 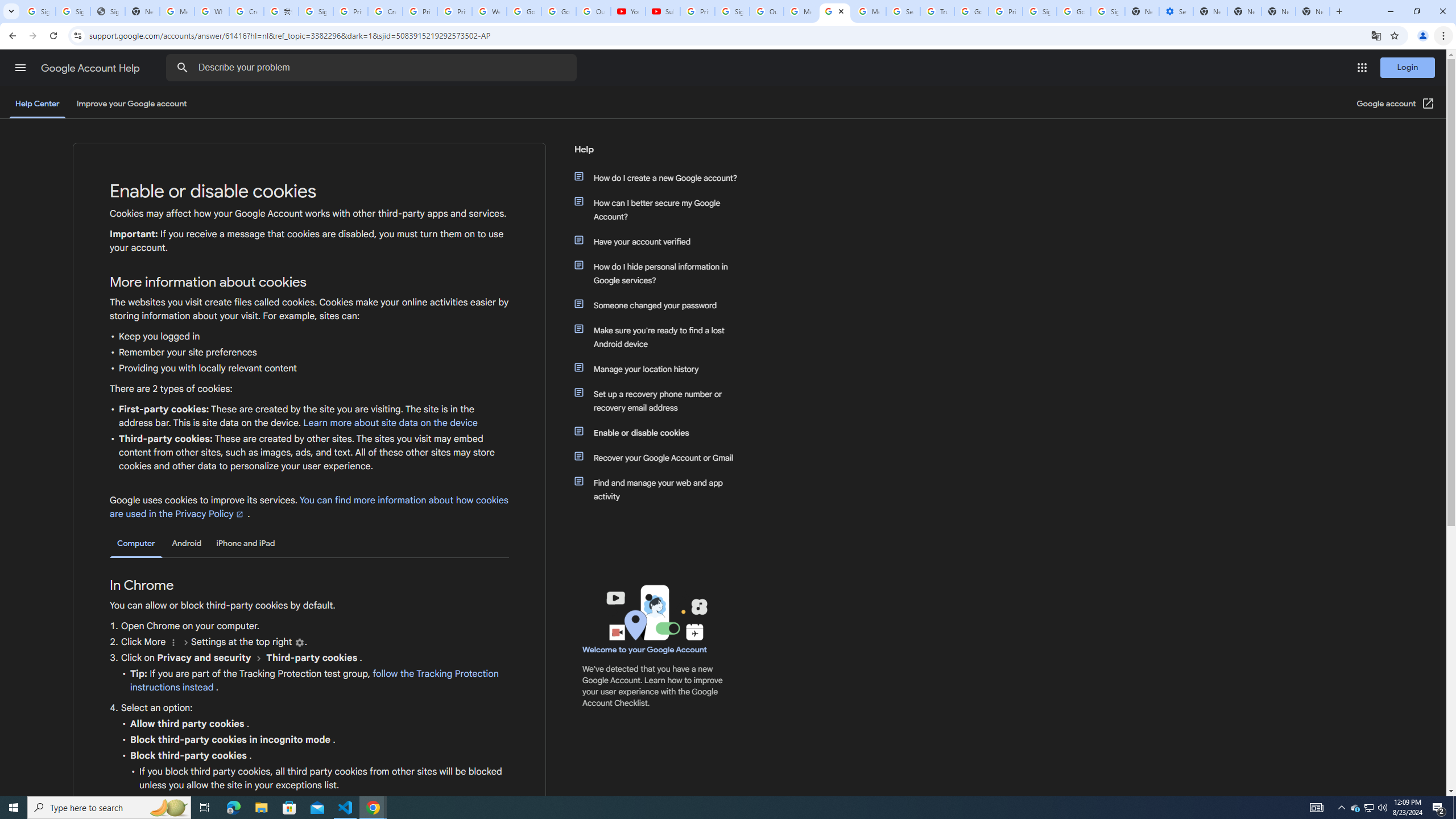 What do you see at coordinates (136, 543) in the screenshot?
I see `'Computer'` at bounding box center [136, 543].